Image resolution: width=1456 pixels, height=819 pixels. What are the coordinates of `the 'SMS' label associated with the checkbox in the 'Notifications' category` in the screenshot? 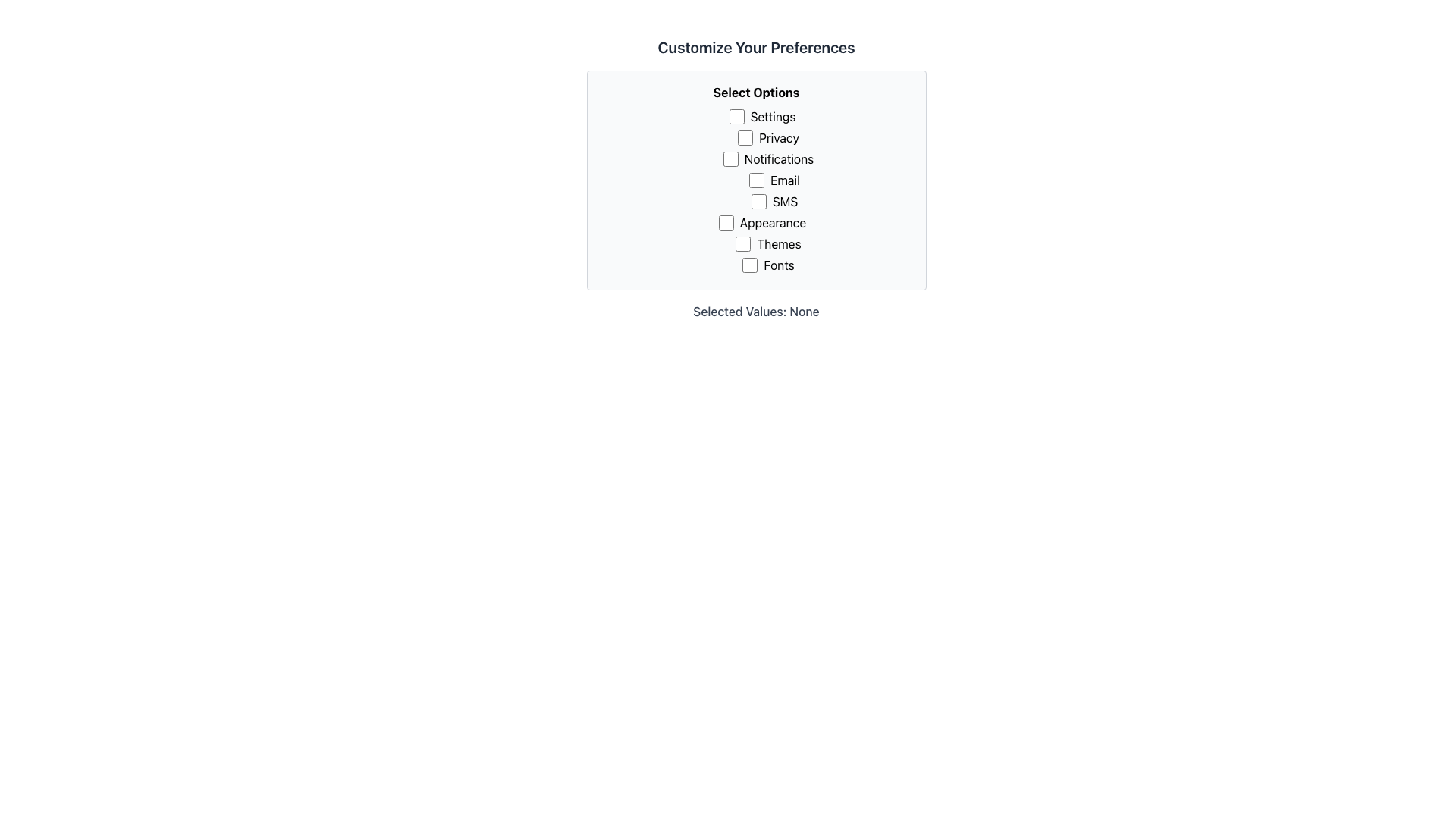 It's located at (774, 202).